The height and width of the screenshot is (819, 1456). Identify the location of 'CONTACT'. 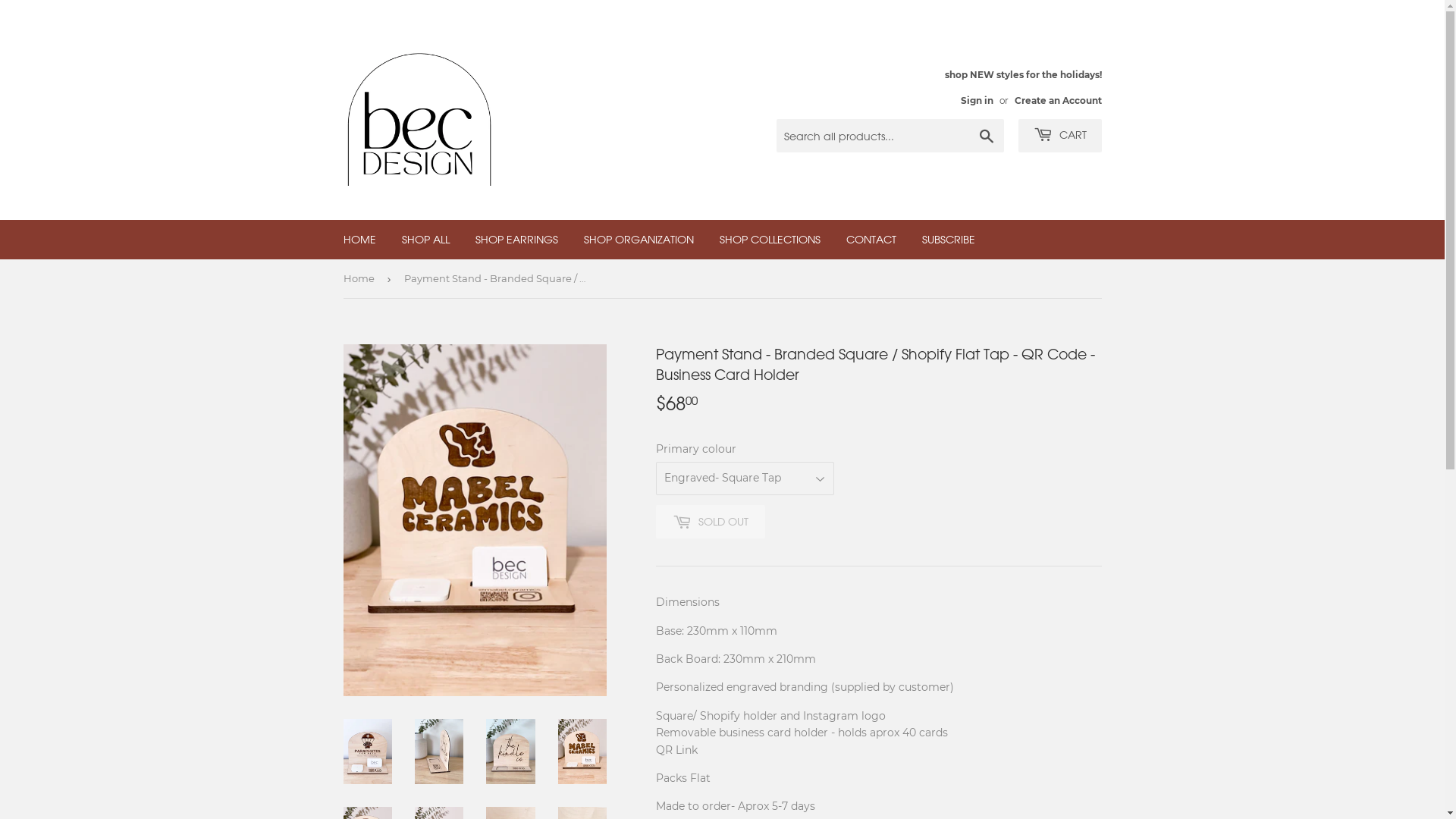
(833, 239).